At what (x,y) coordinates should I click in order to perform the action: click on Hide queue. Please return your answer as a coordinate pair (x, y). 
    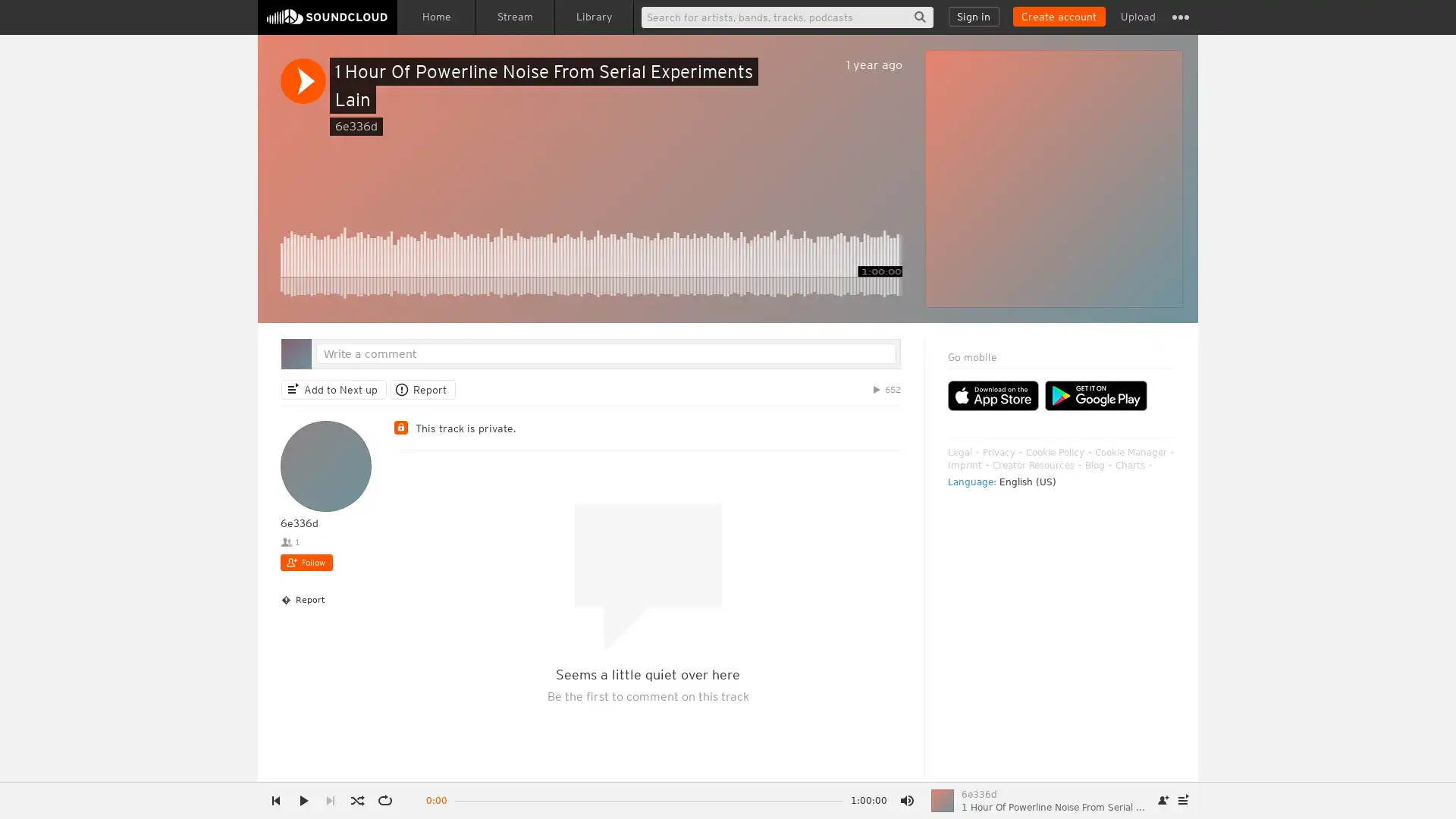
    Looking at the image, I should click on (1165, 376).